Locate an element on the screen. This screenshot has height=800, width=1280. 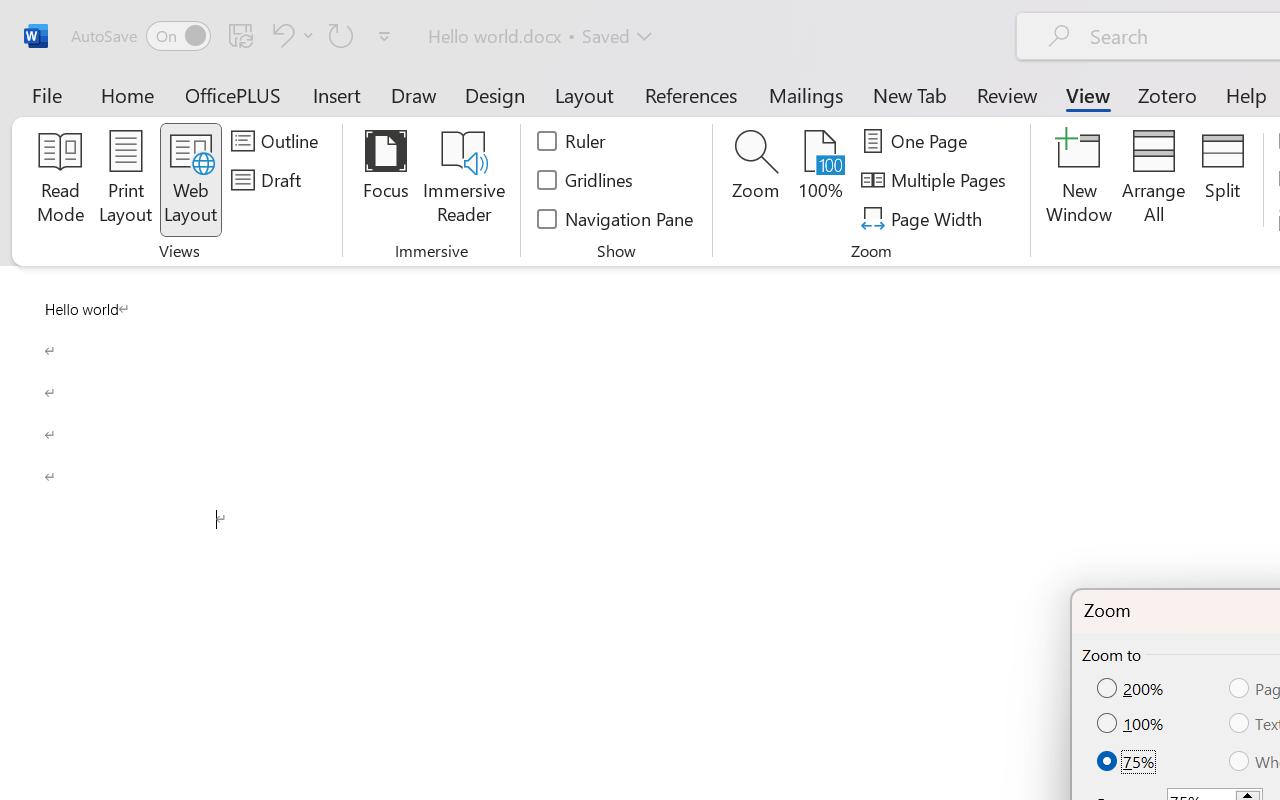
'Immersive Reader' is located at coordinates (463, 179).